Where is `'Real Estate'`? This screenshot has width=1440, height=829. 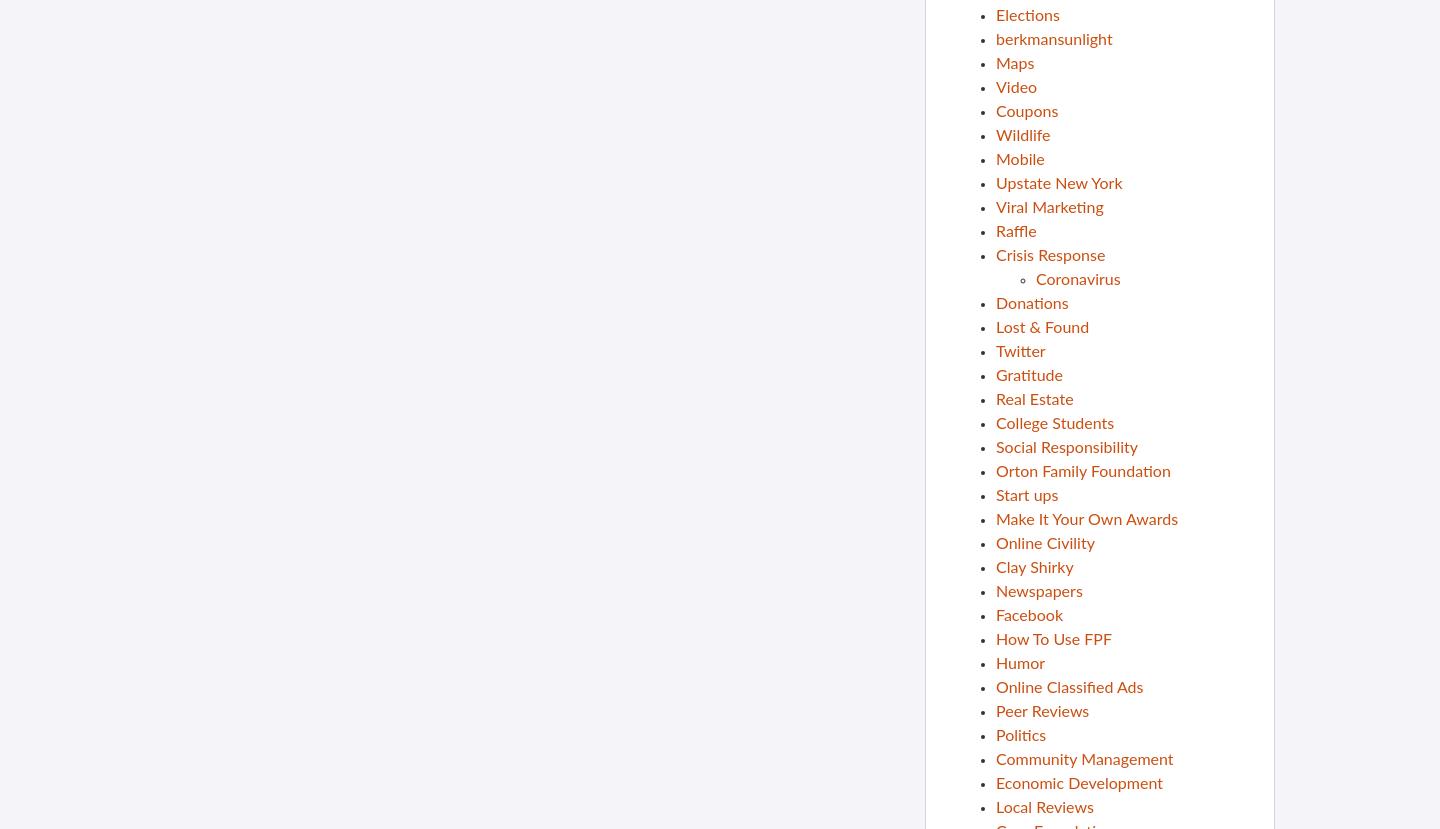
'Real Estate' is located at coordinates (995, 398).